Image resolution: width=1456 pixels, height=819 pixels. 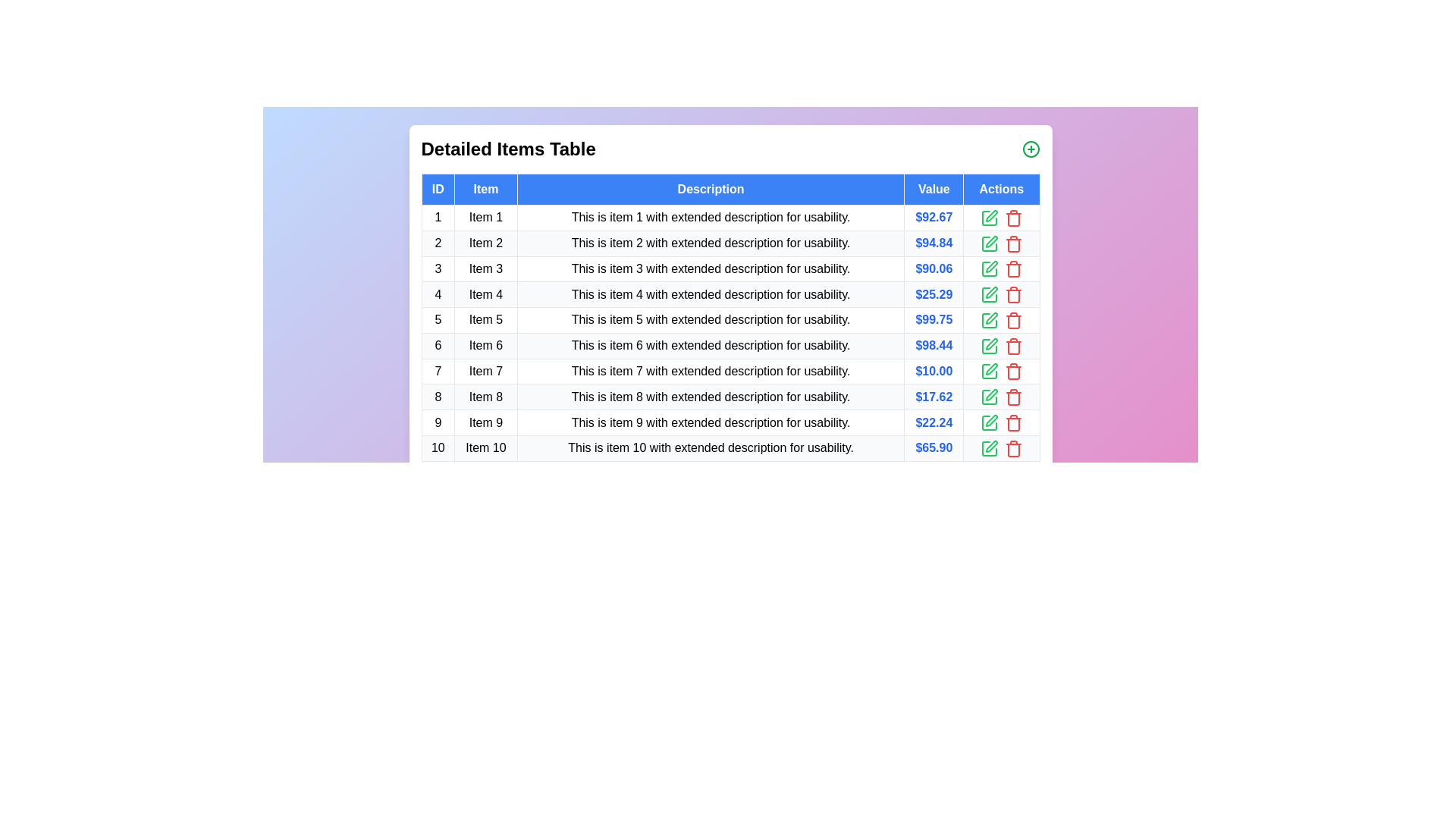 I want to click on the column header Actions to sort the table by the respective column, so click(x=1001, y=189).